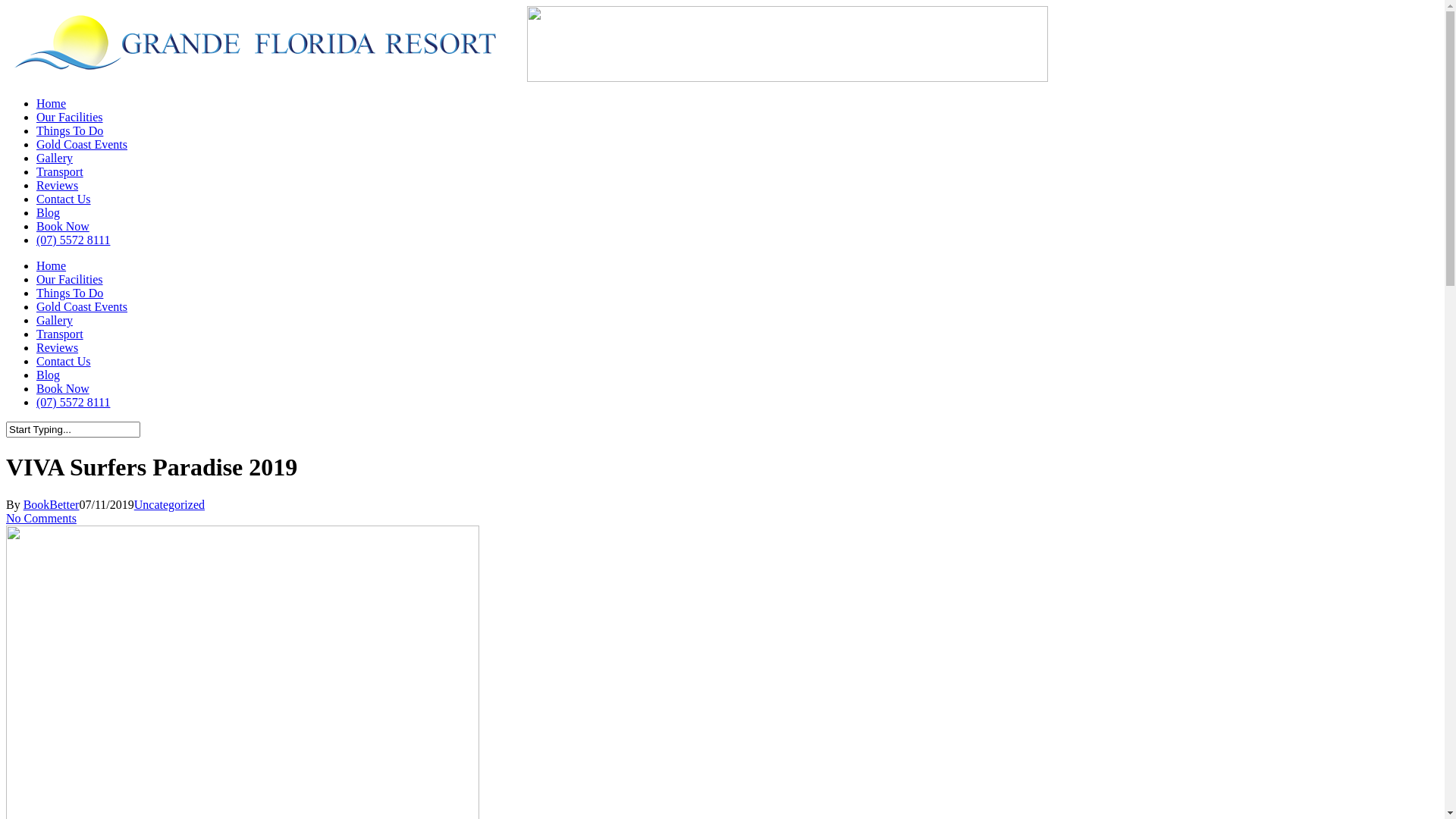 The image size is (1456, 819). Describe the element at coordinates (59, 171) in the screenshot. I see `'Transport'` at that location.